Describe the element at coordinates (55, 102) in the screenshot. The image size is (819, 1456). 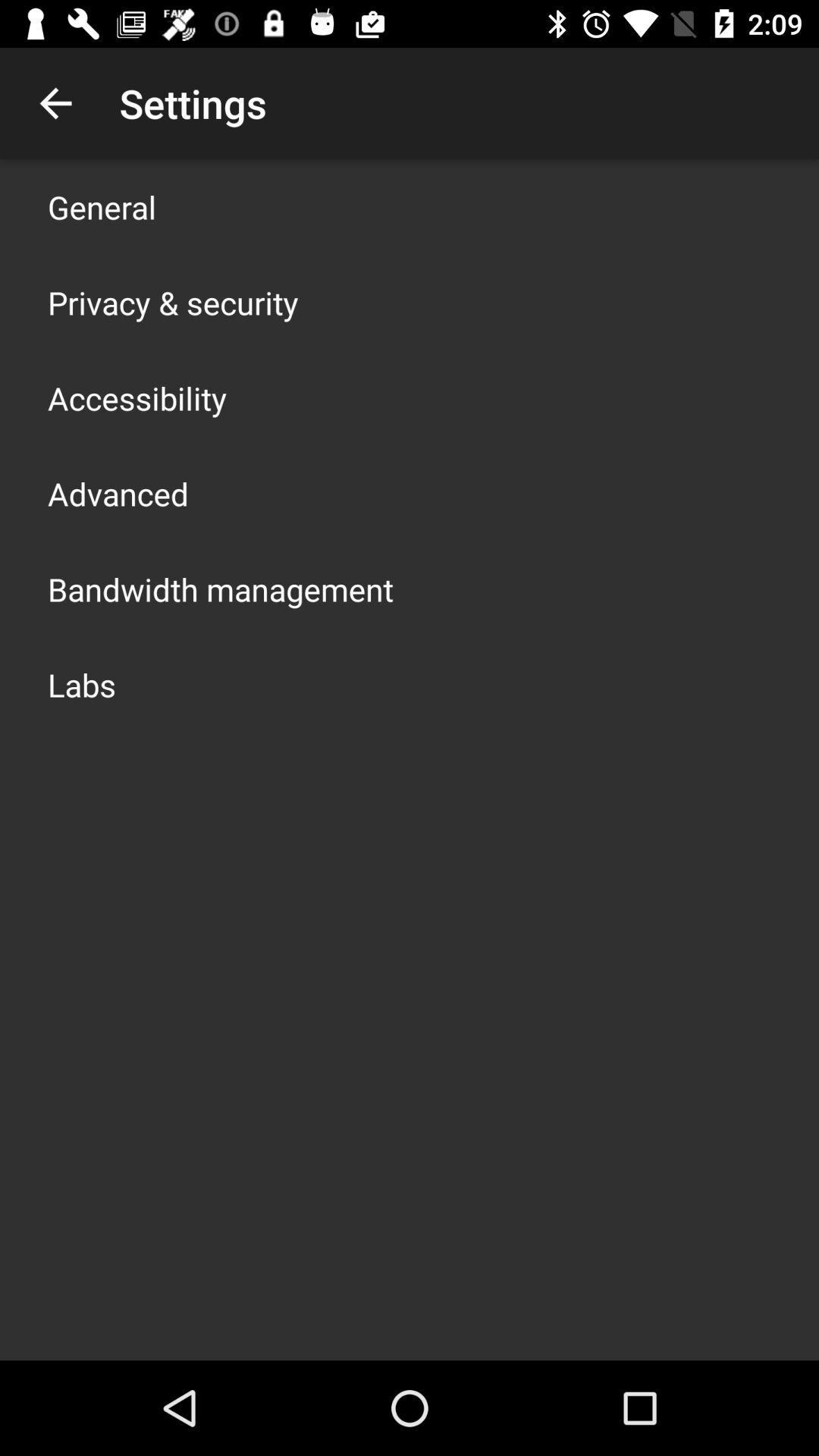
I see `icon to the left of settings item` at that location.